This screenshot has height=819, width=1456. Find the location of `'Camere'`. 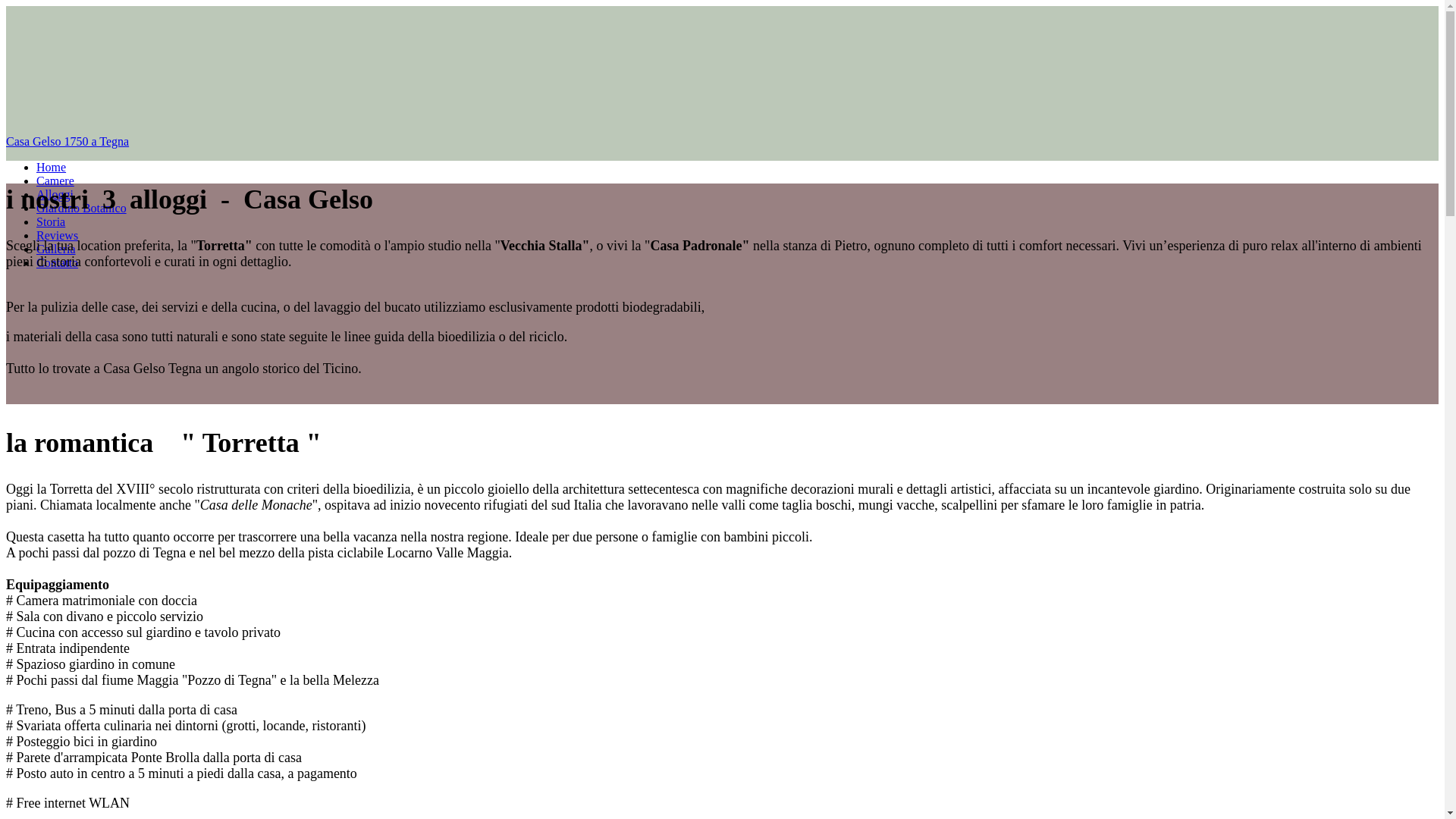

'Camere' is located at coordinates (55, 180).